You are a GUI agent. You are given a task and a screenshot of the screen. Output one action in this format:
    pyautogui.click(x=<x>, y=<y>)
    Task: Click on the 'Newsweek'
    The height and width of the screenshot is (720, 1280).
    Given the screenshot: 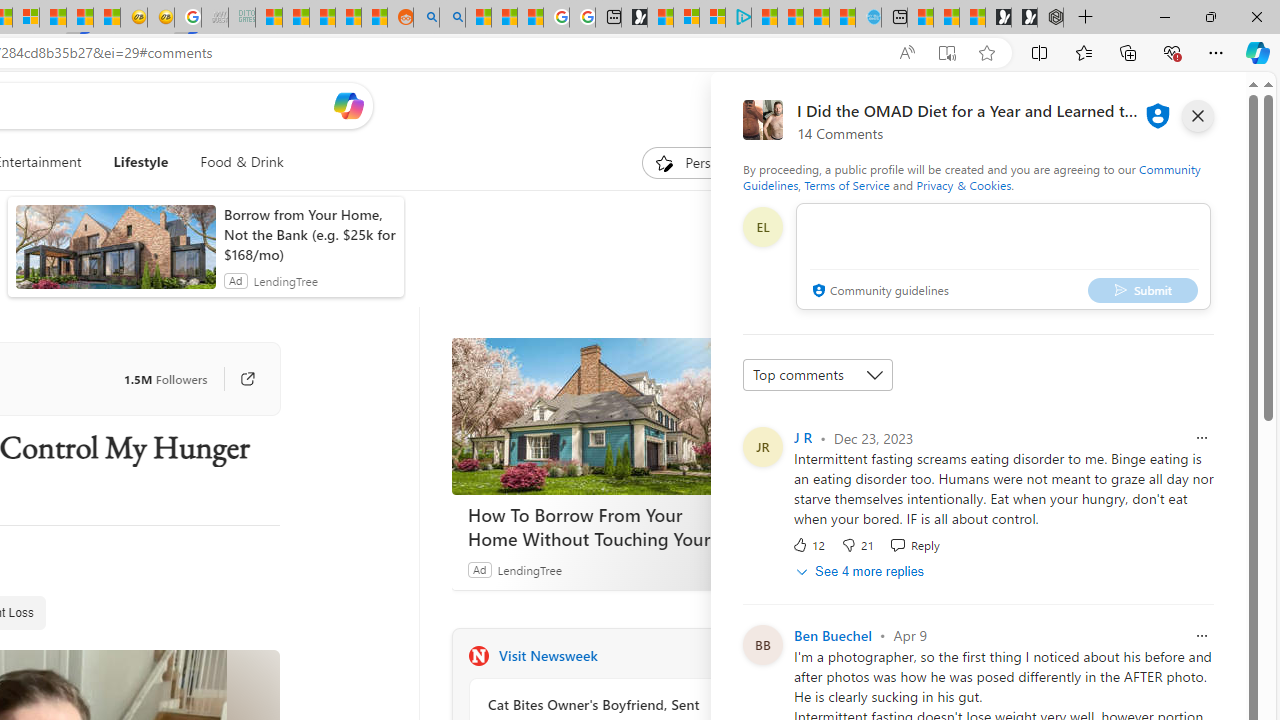 What is the action you would take?
    pyautogui.click(x=477, y=655)
    